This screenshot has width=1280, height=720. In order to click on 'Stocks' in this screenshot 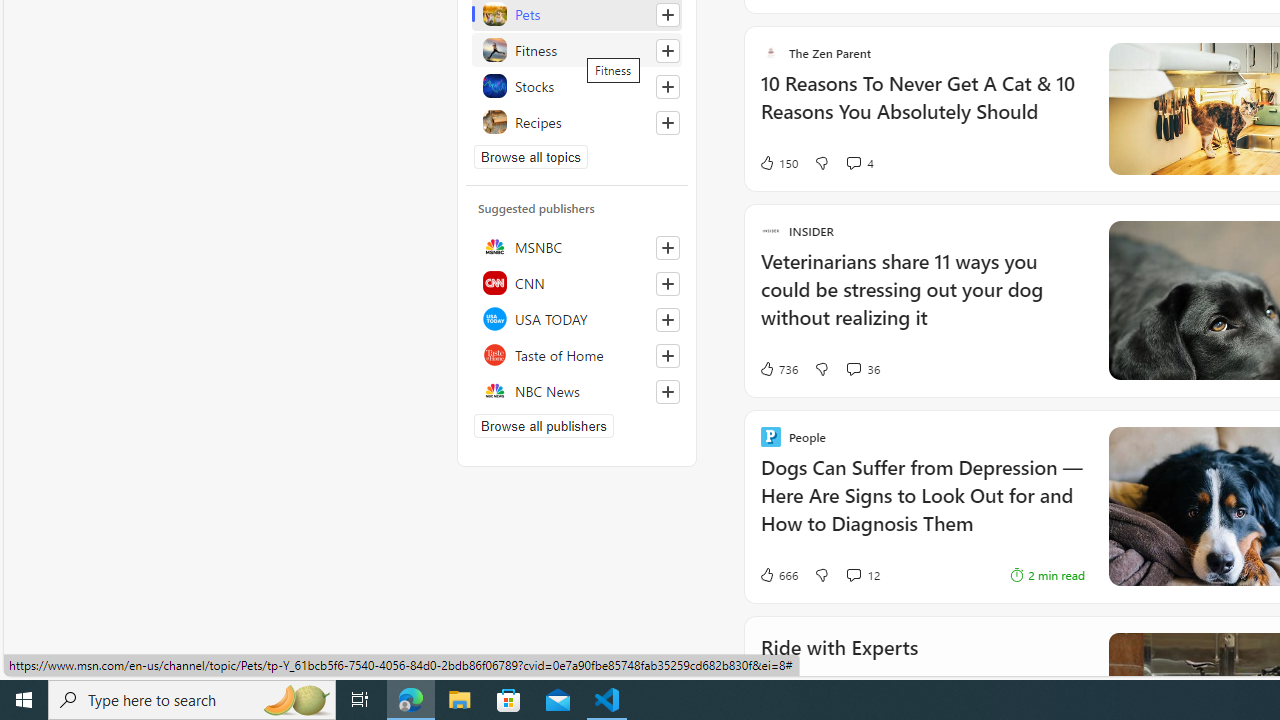, I will do `click(576, 85)`.